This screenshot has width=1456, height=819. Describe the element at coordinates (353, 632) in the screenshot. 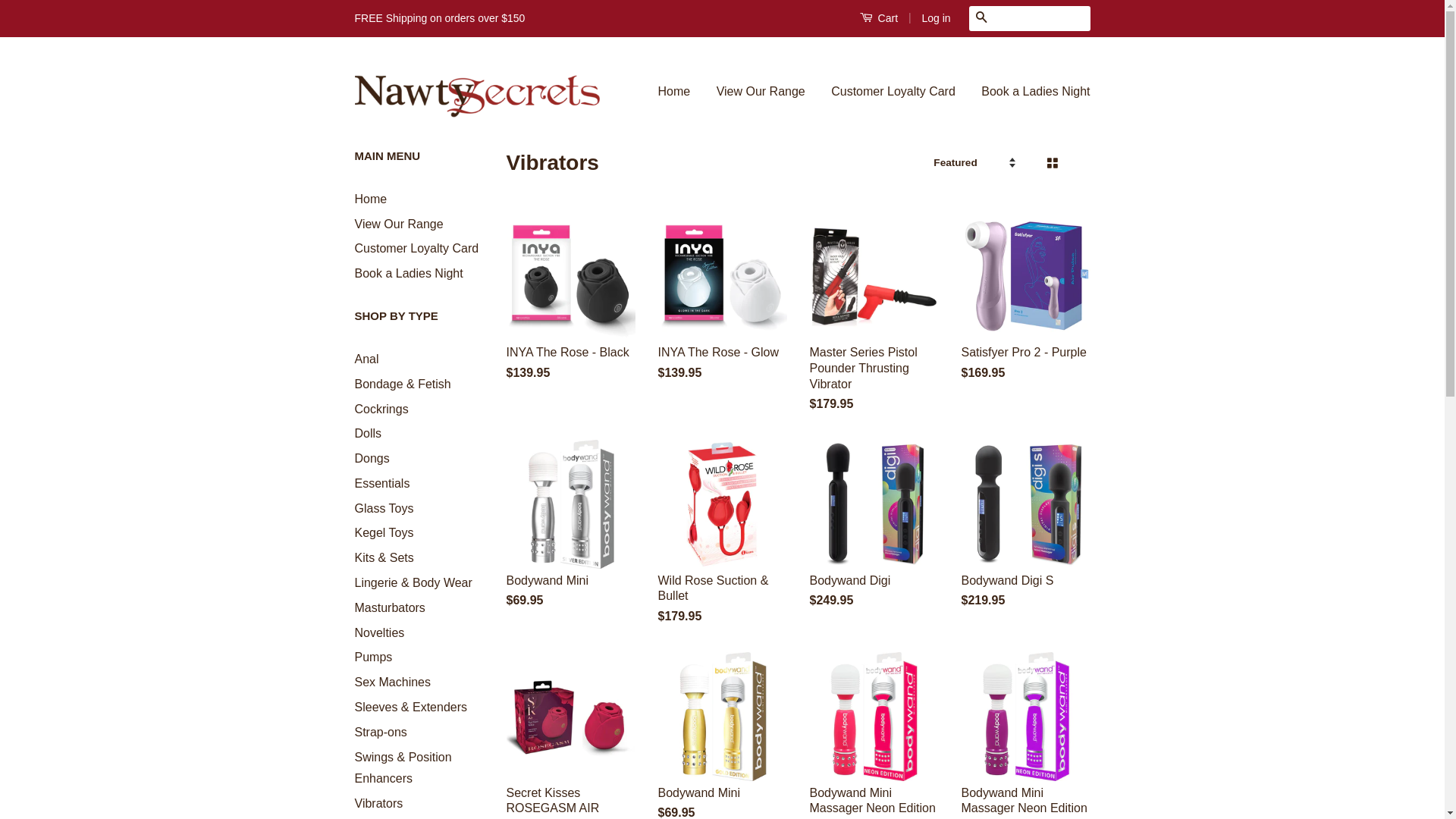

I see `'Novelties'` at that location.